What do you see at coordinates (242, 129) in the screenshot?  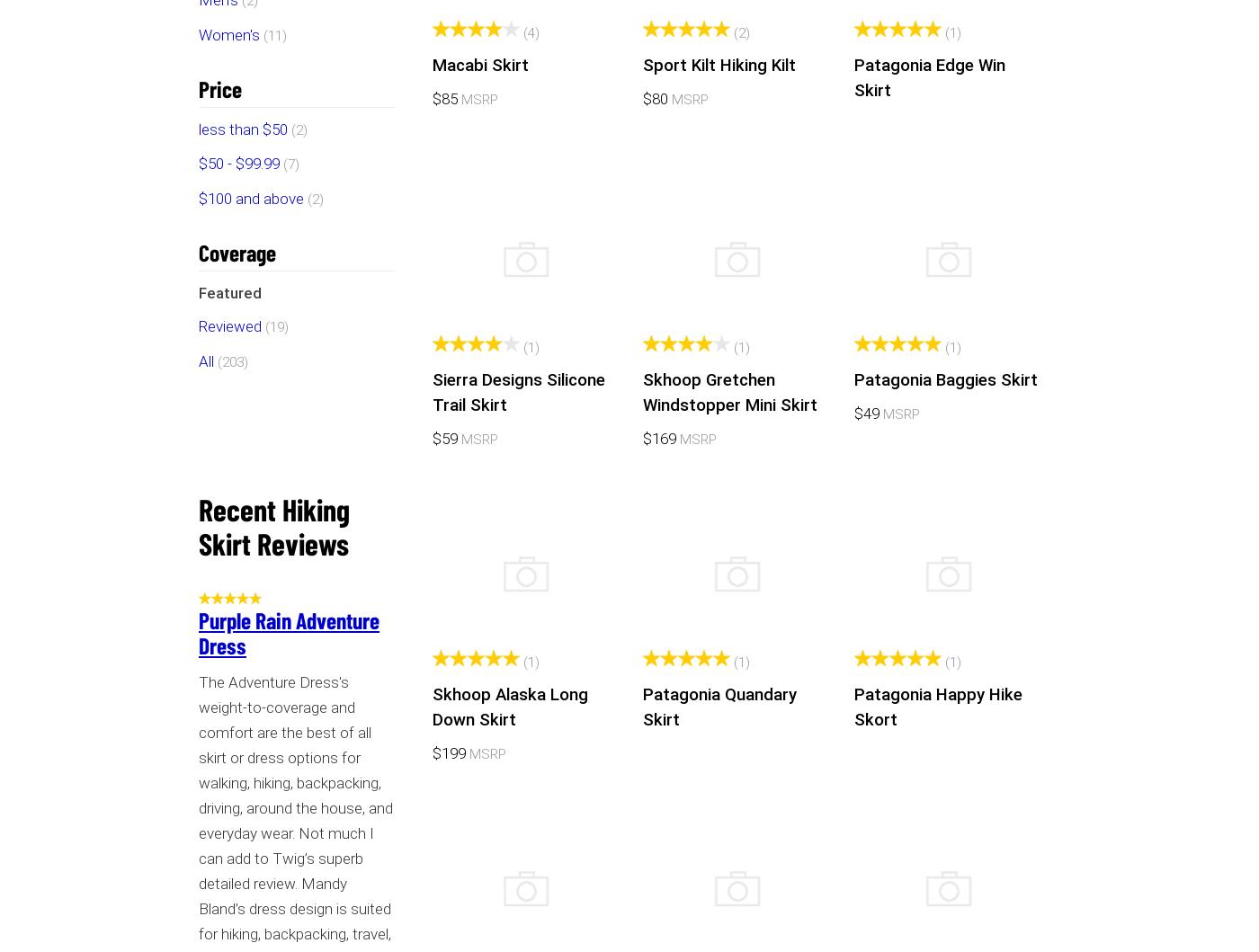 I see `'less than $50'` at bounding box center [242, 129].